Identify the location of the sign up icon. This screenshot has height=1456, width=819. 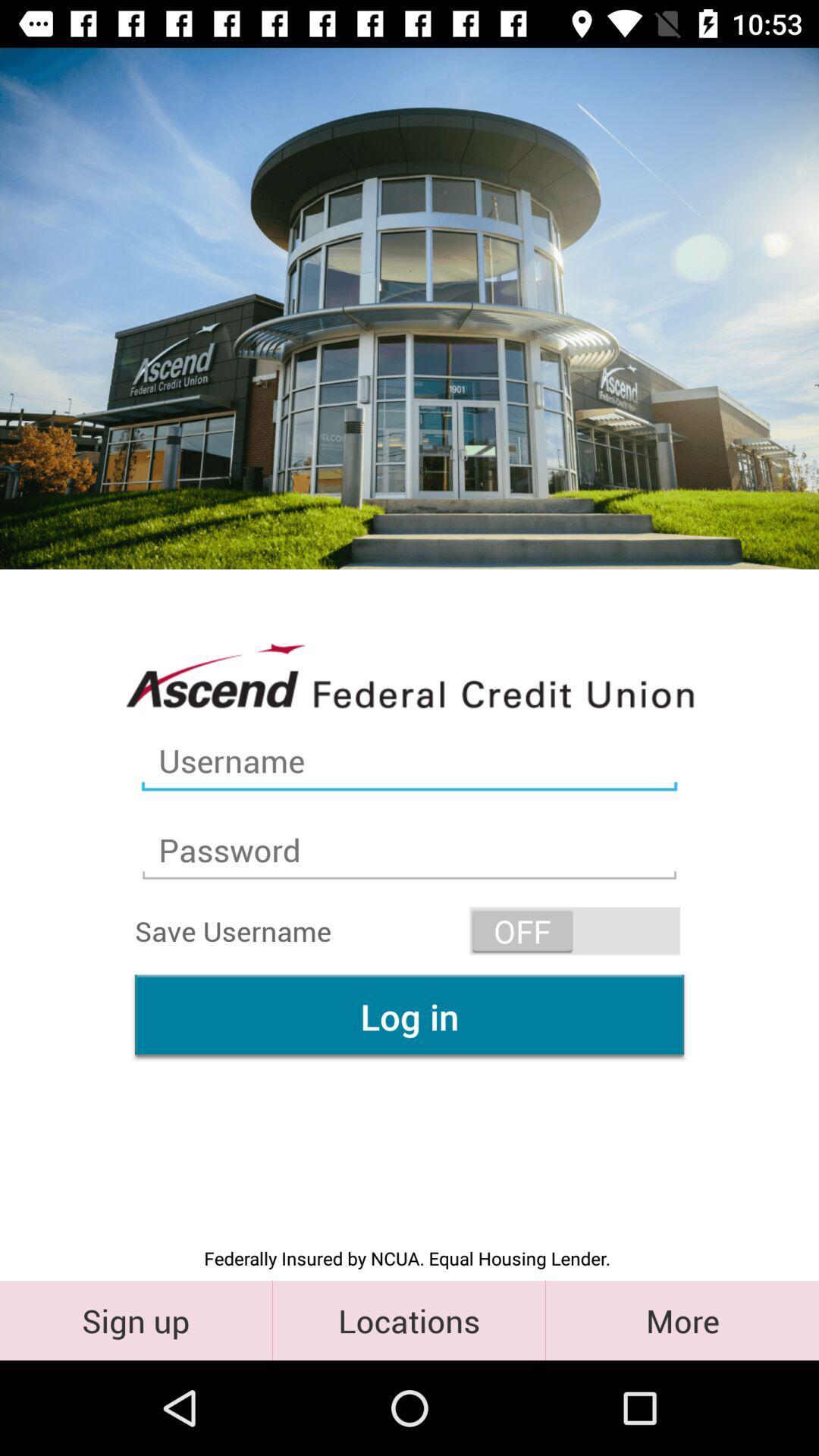
(135, 1319).